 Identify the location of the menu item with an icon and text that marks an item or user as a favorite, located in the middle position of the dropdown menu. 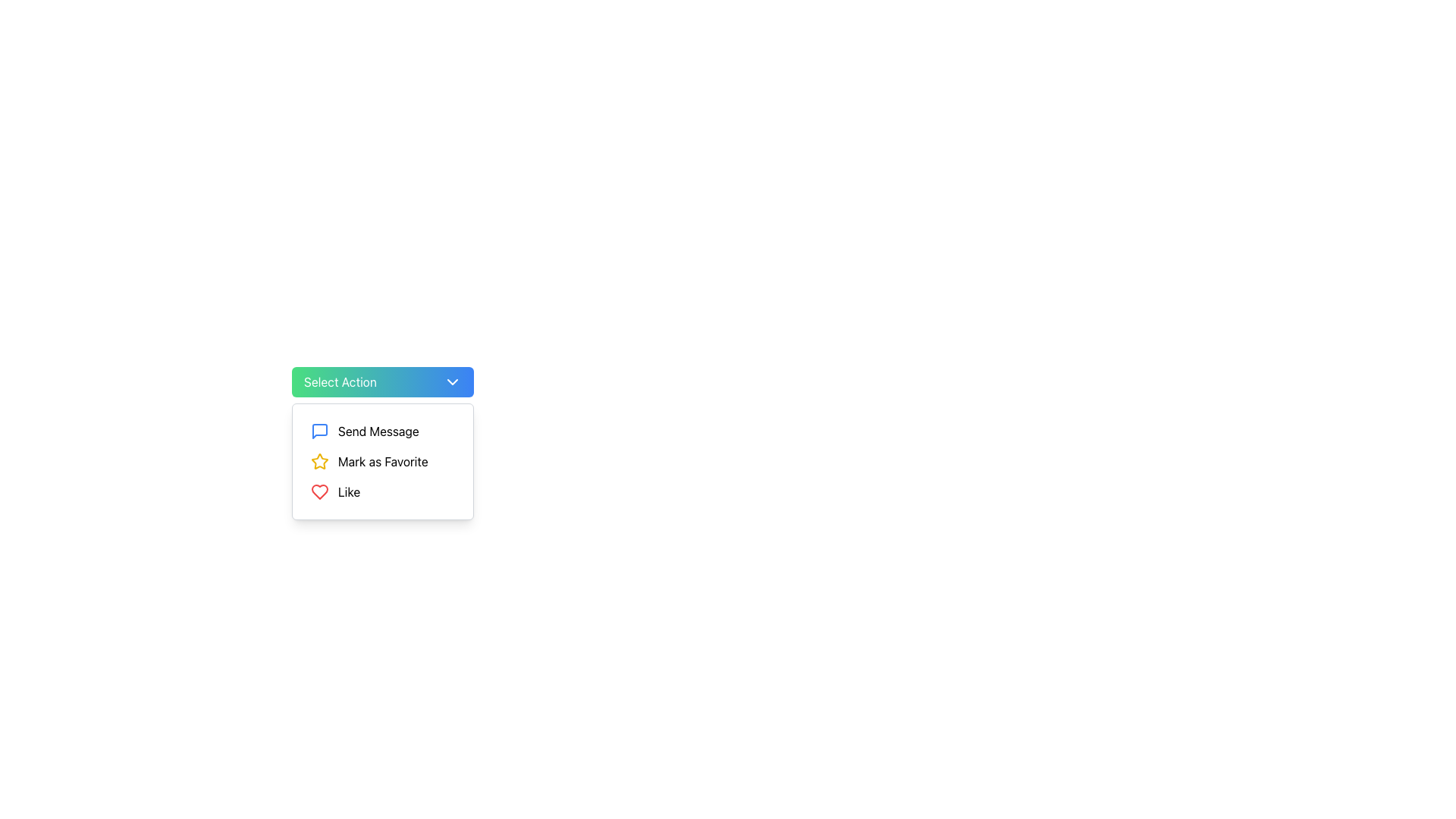
(382, 461).